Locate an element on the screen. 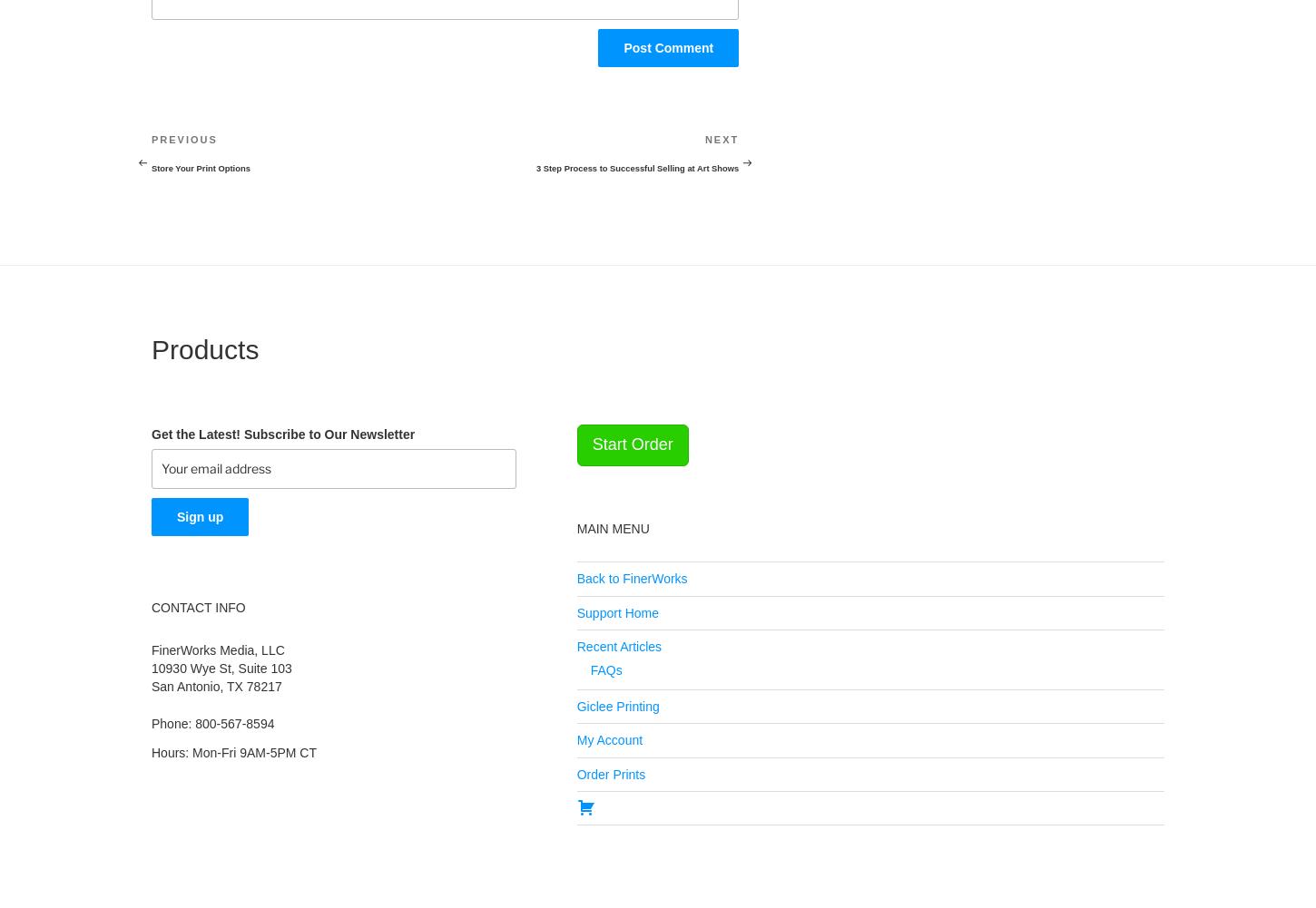 The width and height of the screenshot is (1316, 908). 'Support Home' is located at coordinates (616, 610).